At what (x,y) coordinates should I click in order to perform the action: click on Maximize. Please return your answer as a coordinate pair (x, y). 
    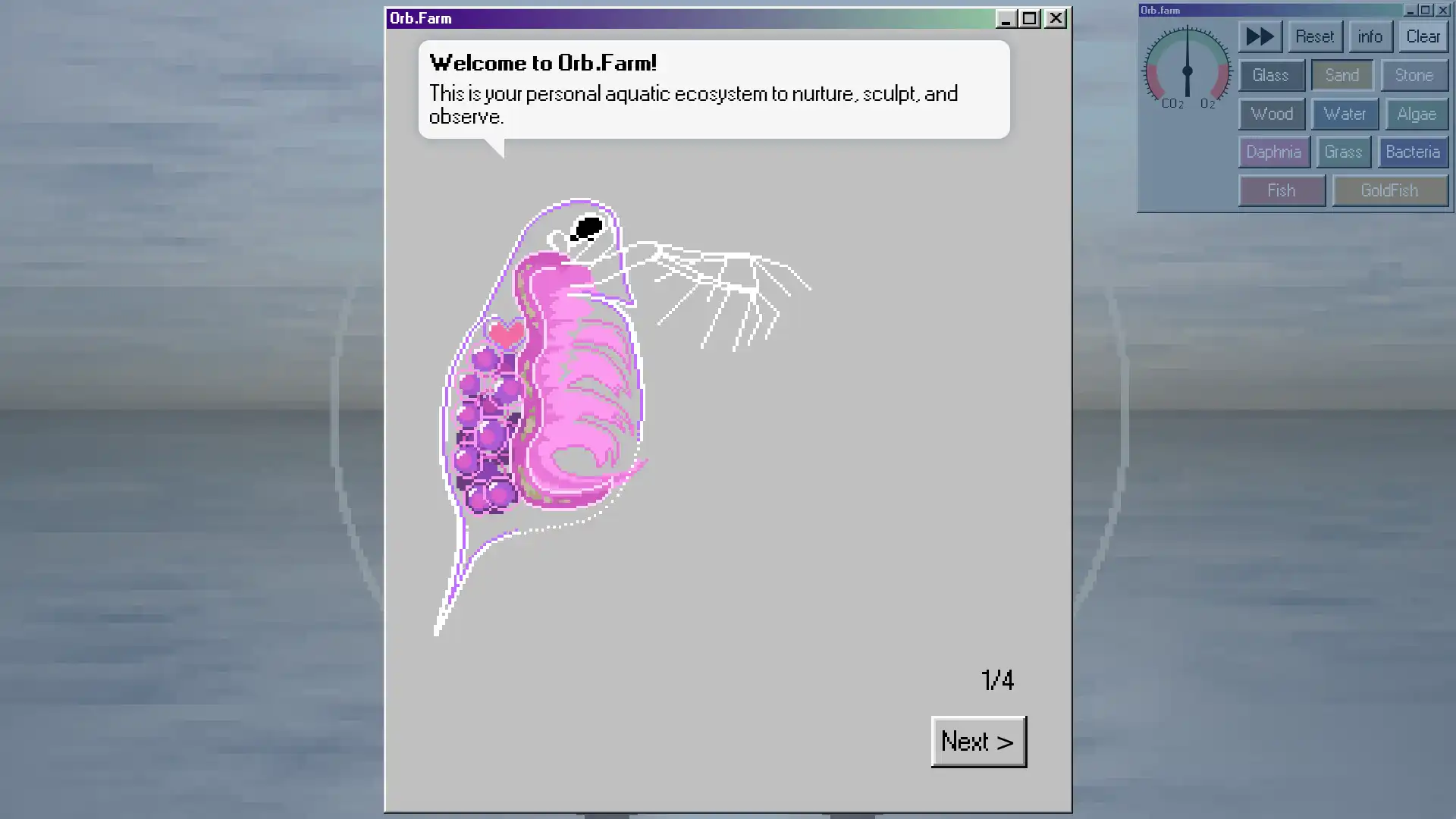
    Looking at the image, I should click on (548, 9).